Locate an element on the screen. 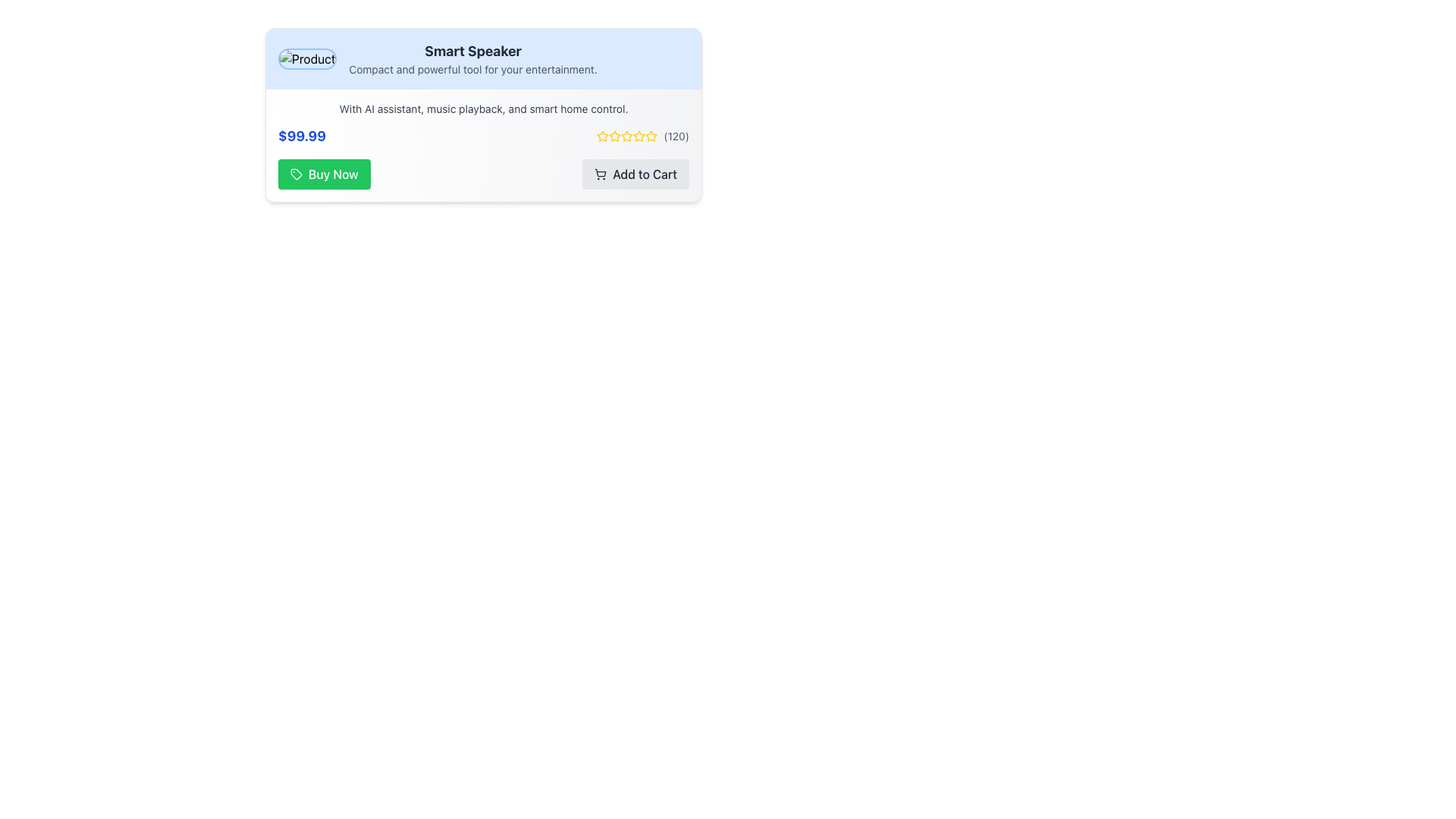 The image size is (1456, 819). the tag-shaped icon located on the left side of the 'Buy Now' button, which features a green outline and a small circular dot near the top-left corner is located at coordinates (296, 174).